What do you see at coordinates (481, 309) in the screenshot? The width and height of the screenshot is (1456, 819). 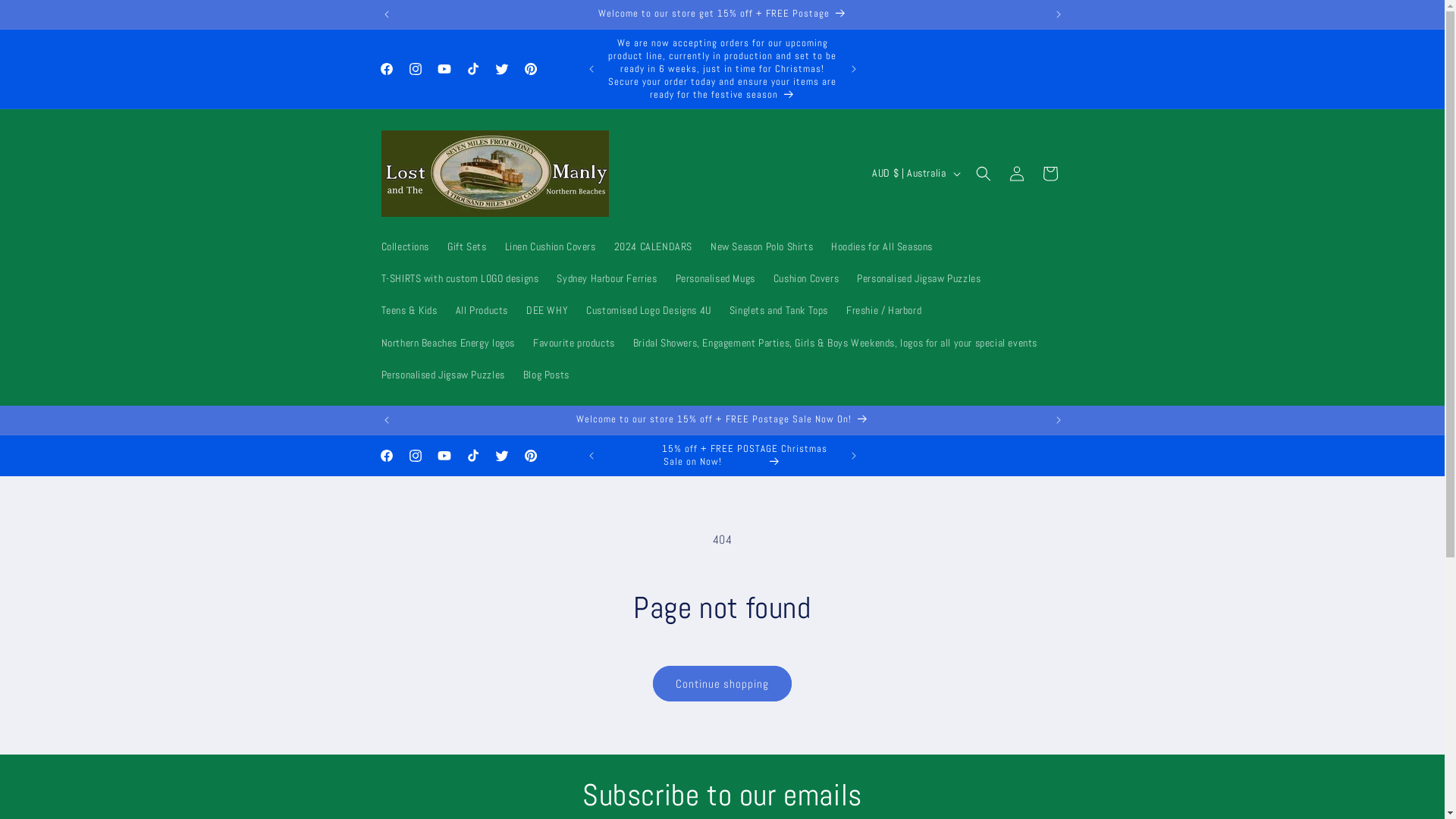 I see `'All Products'` at bounding box center [481, 309].